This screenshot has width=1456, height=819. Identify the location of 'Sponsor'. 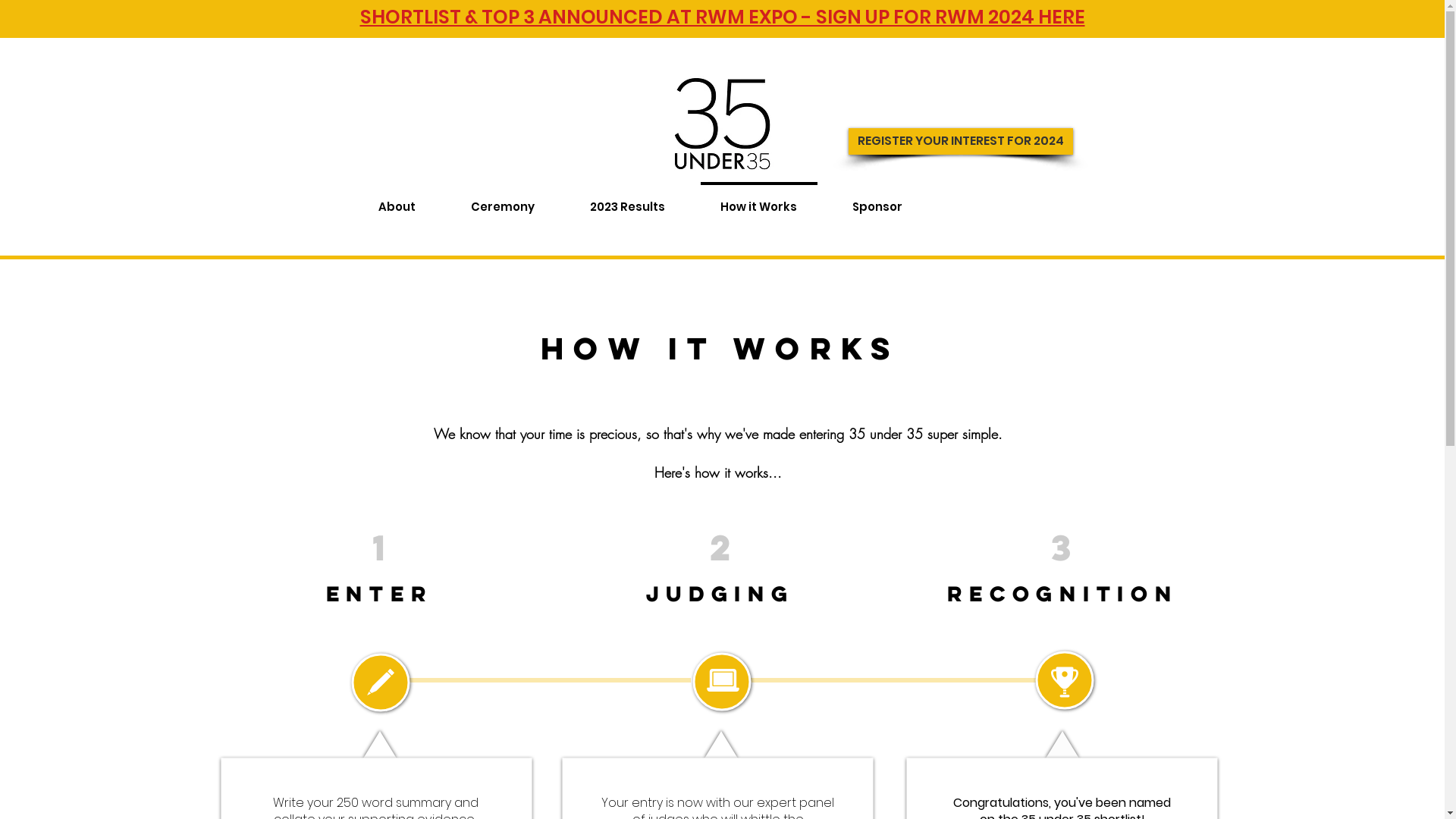
(877, 199).